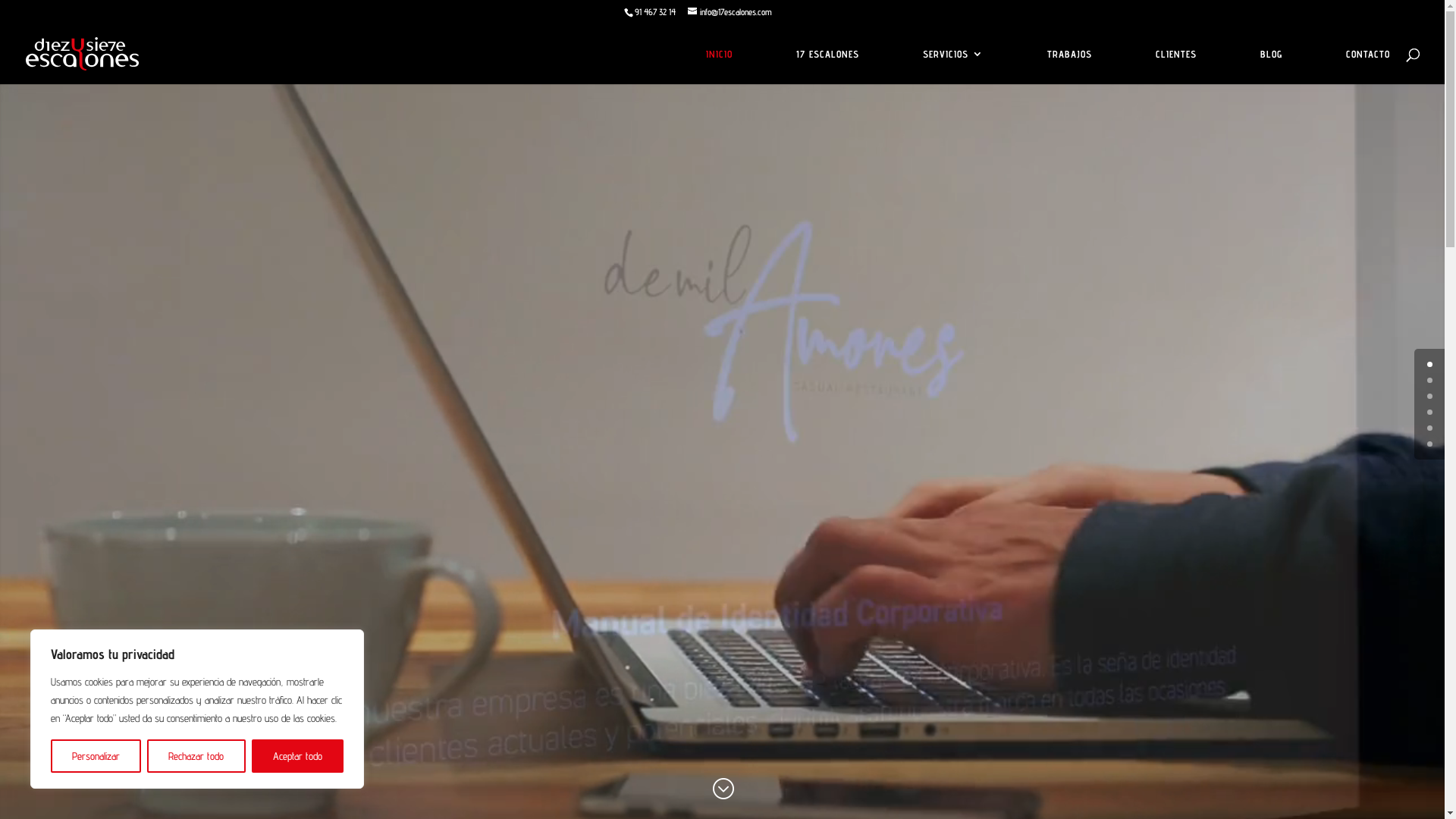  What do you see at coordinates (729, 11) in the screenshot?
I see `'info@17escalones.com'` at bounding box center [729, 11].